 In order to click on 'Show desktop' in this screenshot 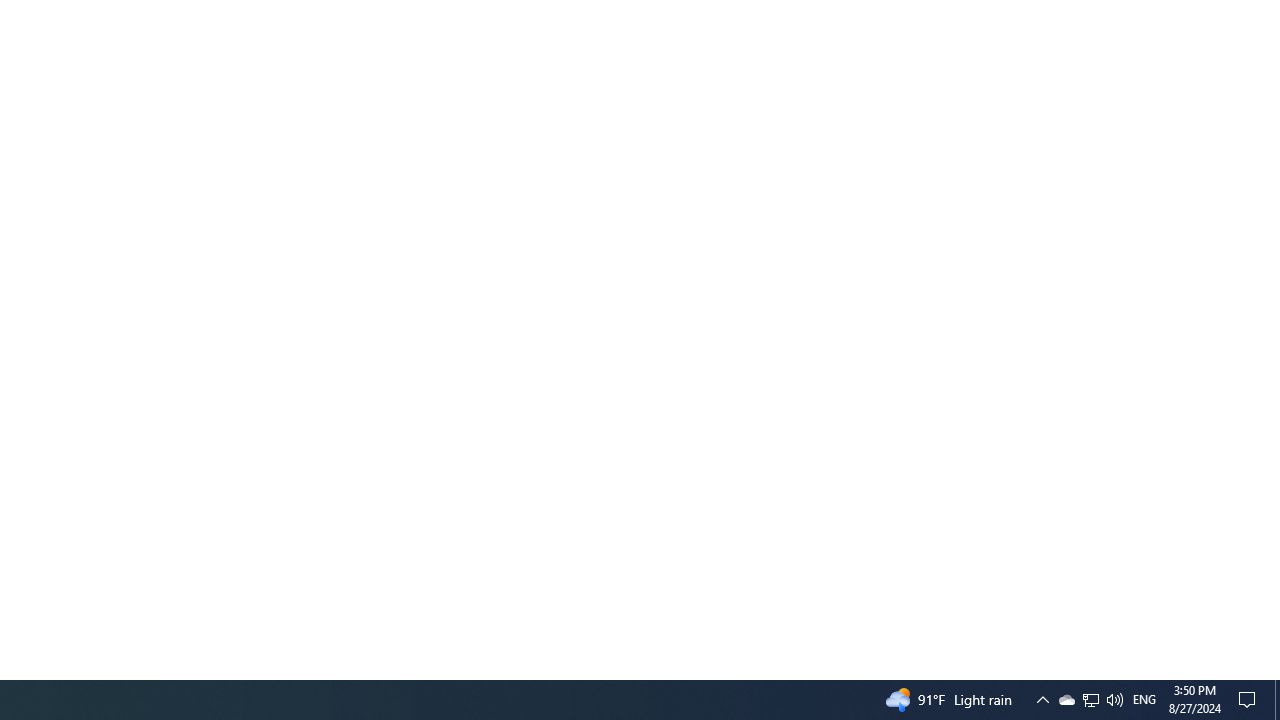, I will do `click(1276, 698)`.